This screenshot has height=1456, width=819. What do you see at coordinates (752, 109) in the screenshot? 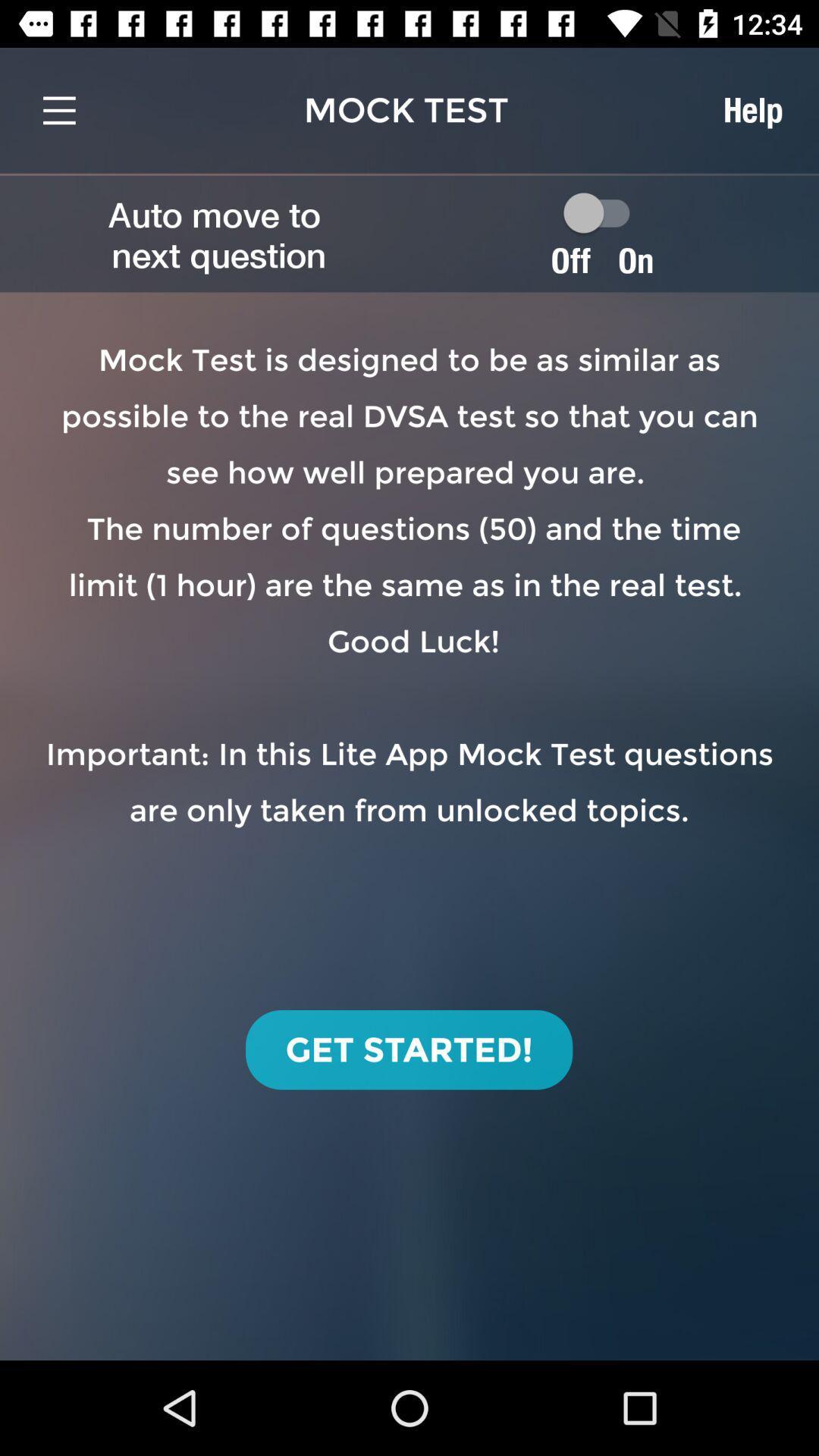
I see `the help icon` at bounding box center [752, 109].